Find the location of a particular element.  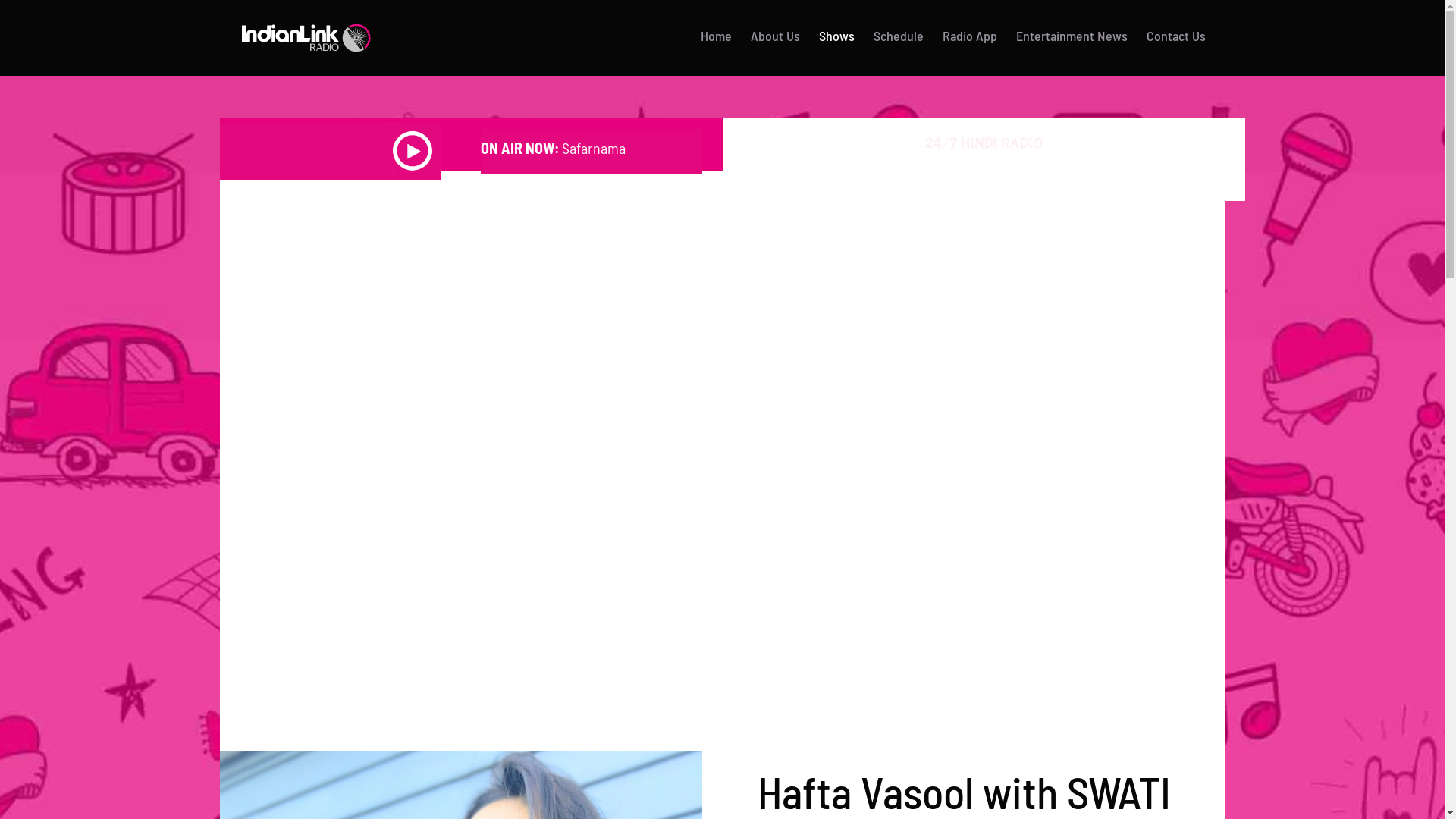

'Entertainment News' is located at coordinates (1071, 34).